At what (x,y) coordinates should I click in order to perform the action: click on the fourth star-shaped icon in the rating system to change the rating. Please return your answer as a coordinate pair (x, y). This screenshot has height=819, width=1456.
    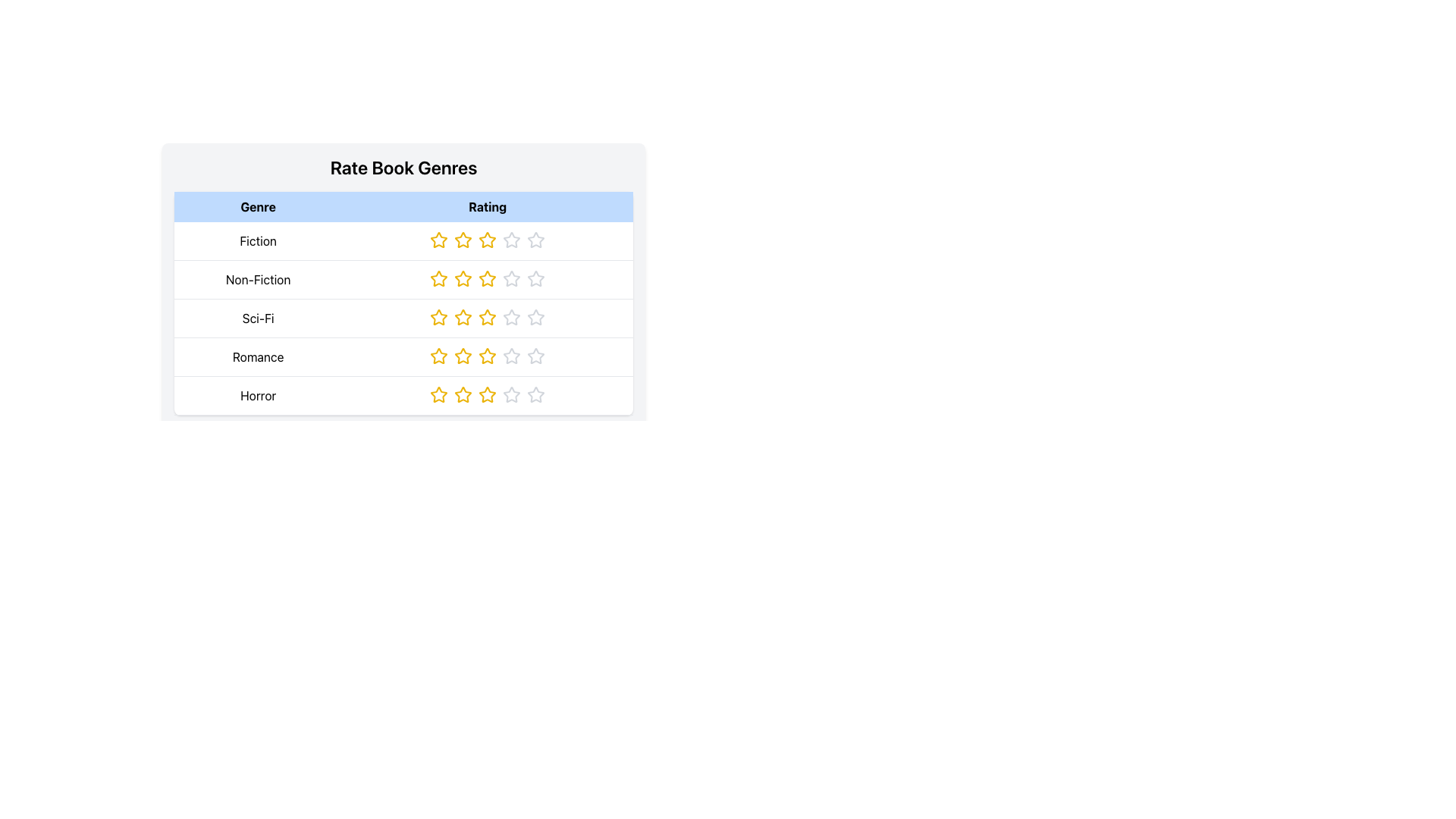
    Looking at the image, I should click on (512, 278).